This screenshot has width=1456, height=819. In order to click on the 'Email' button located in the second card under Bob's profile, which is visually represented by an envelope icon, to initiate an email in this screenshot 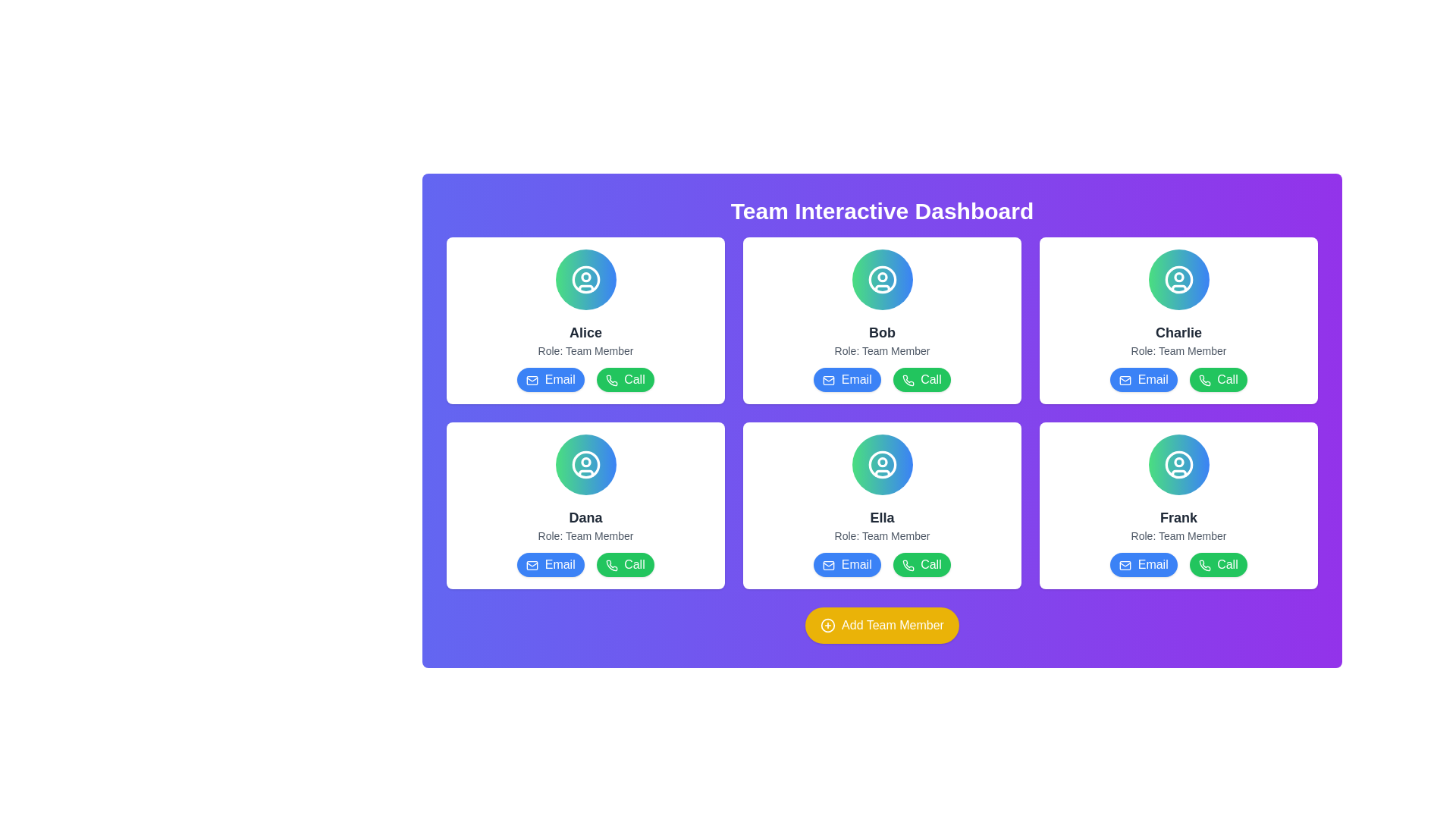, I will do `click(828, 379)`.